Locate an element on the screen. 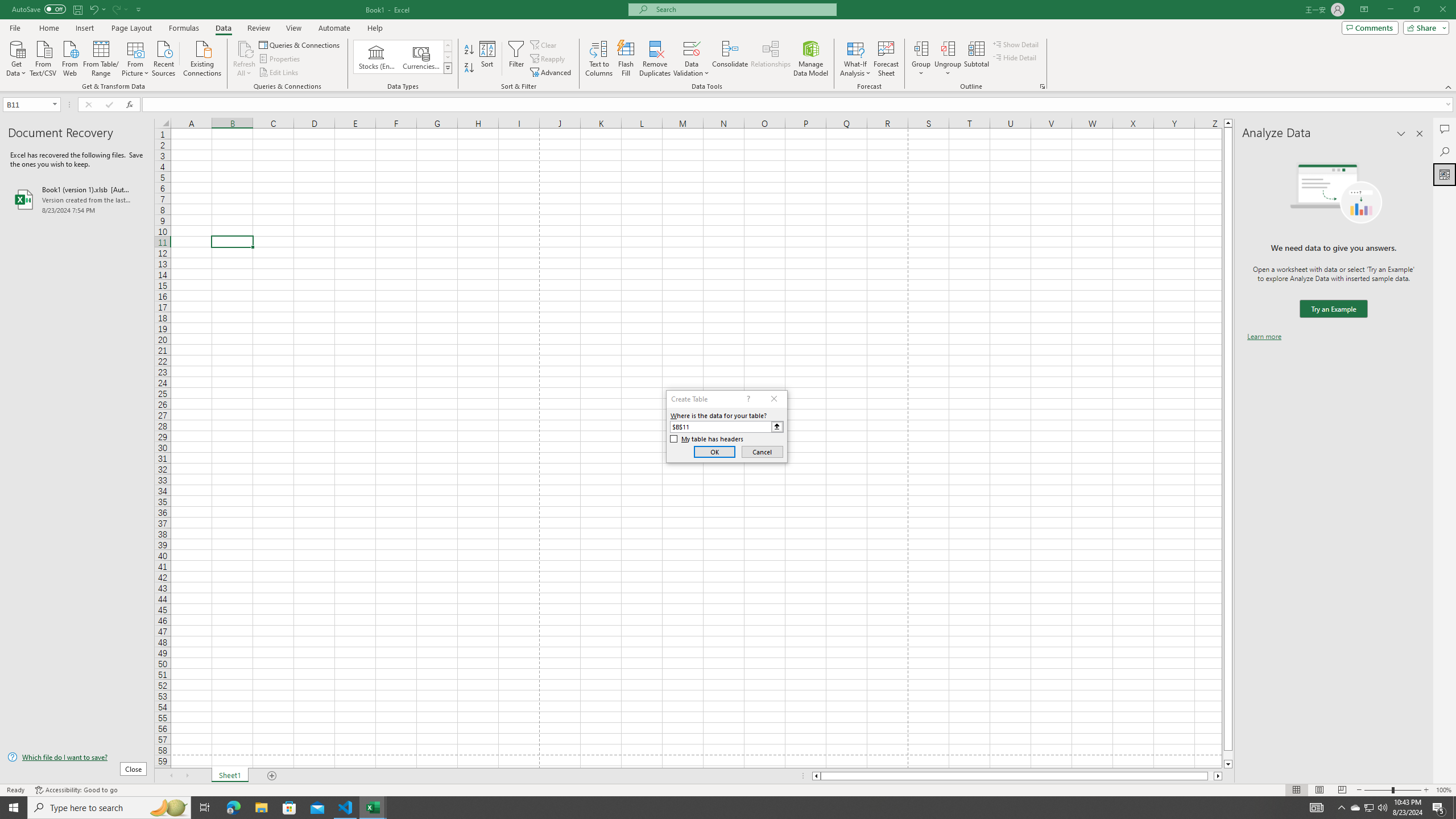 Image resolution: width=1456 pixels, height=819 pixels. 'Sort...' is located at coordinates (487, 59).